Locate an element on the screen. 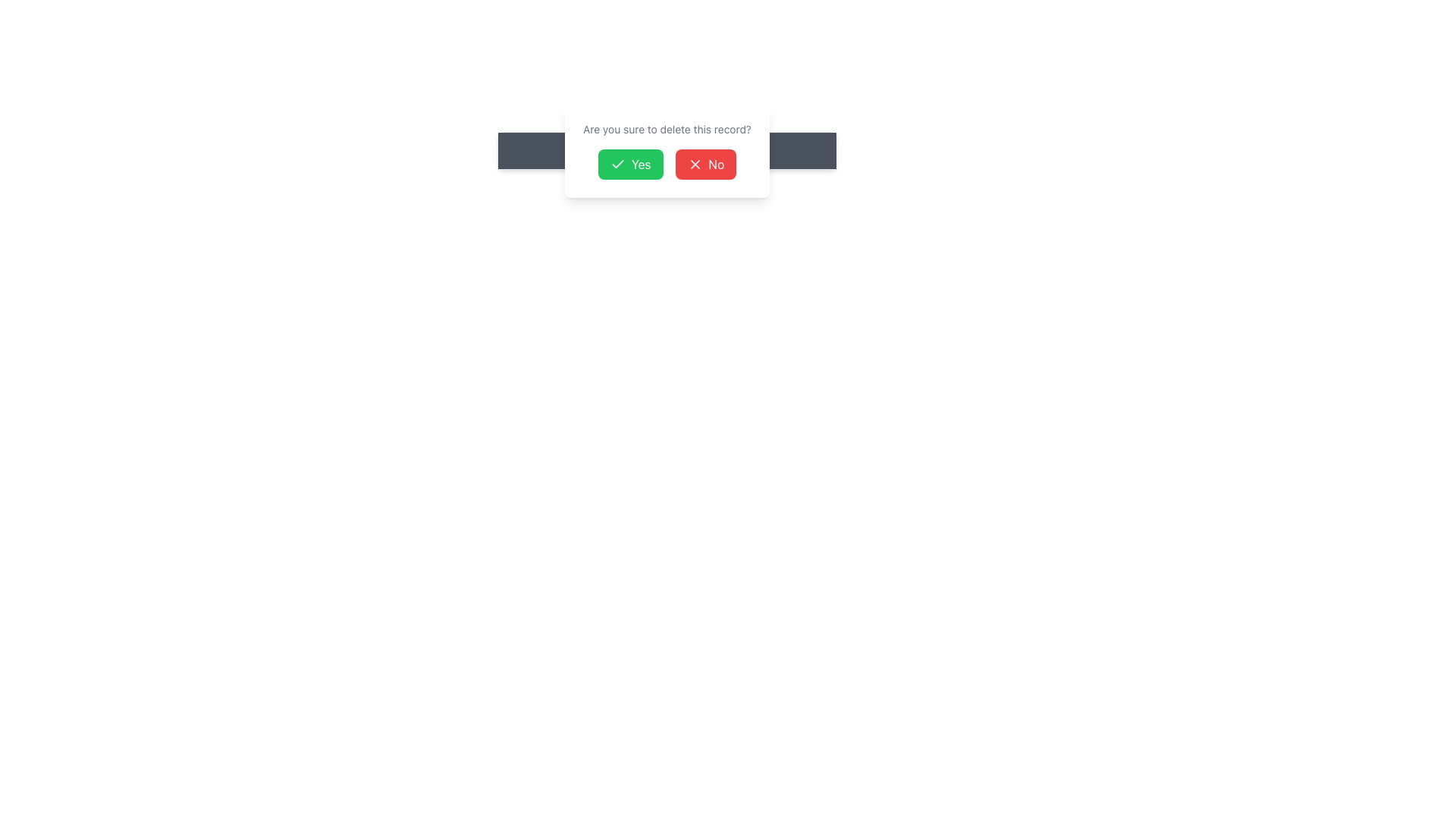 This screenshot has width=1456, height=819. the 'X' icon inside the 'No' button, which is a small SVG icon located to the left of the text 'No' in a red rectangular button with rounded corners is located at coordinates (694, 164).